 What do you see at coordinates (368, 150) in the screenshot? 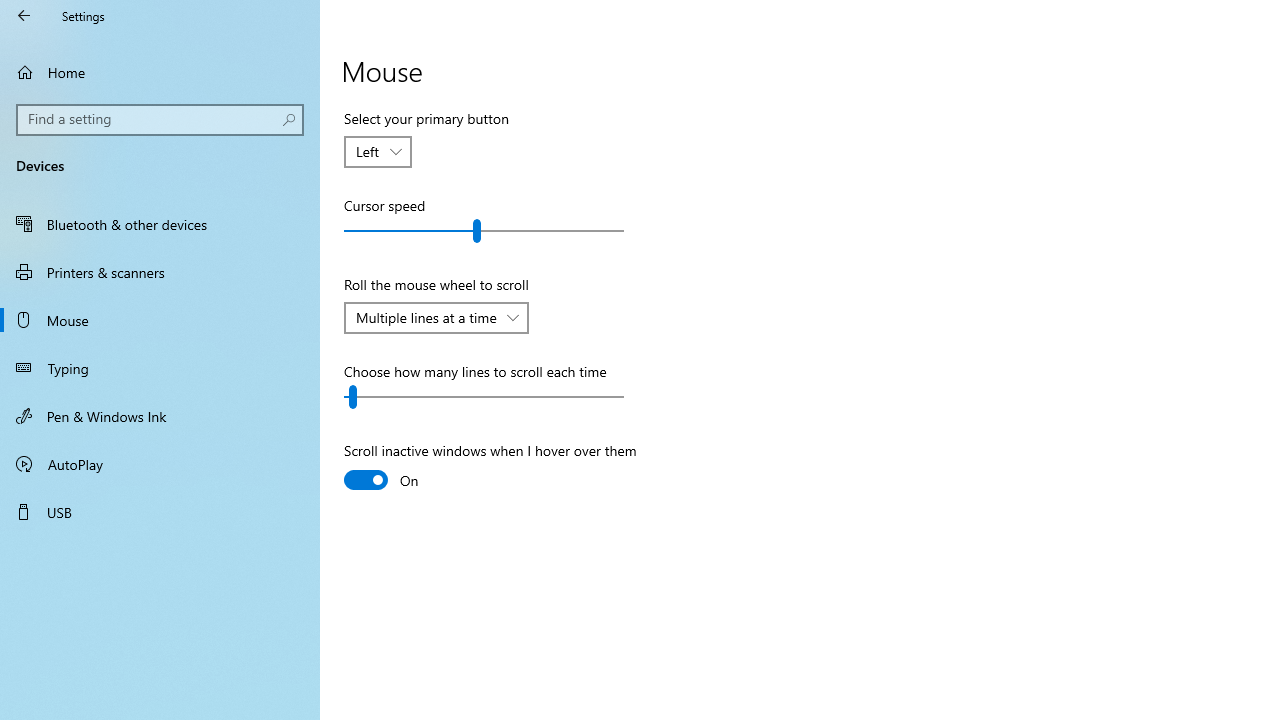
I see `'Left'` at bounding box center [368, 150].